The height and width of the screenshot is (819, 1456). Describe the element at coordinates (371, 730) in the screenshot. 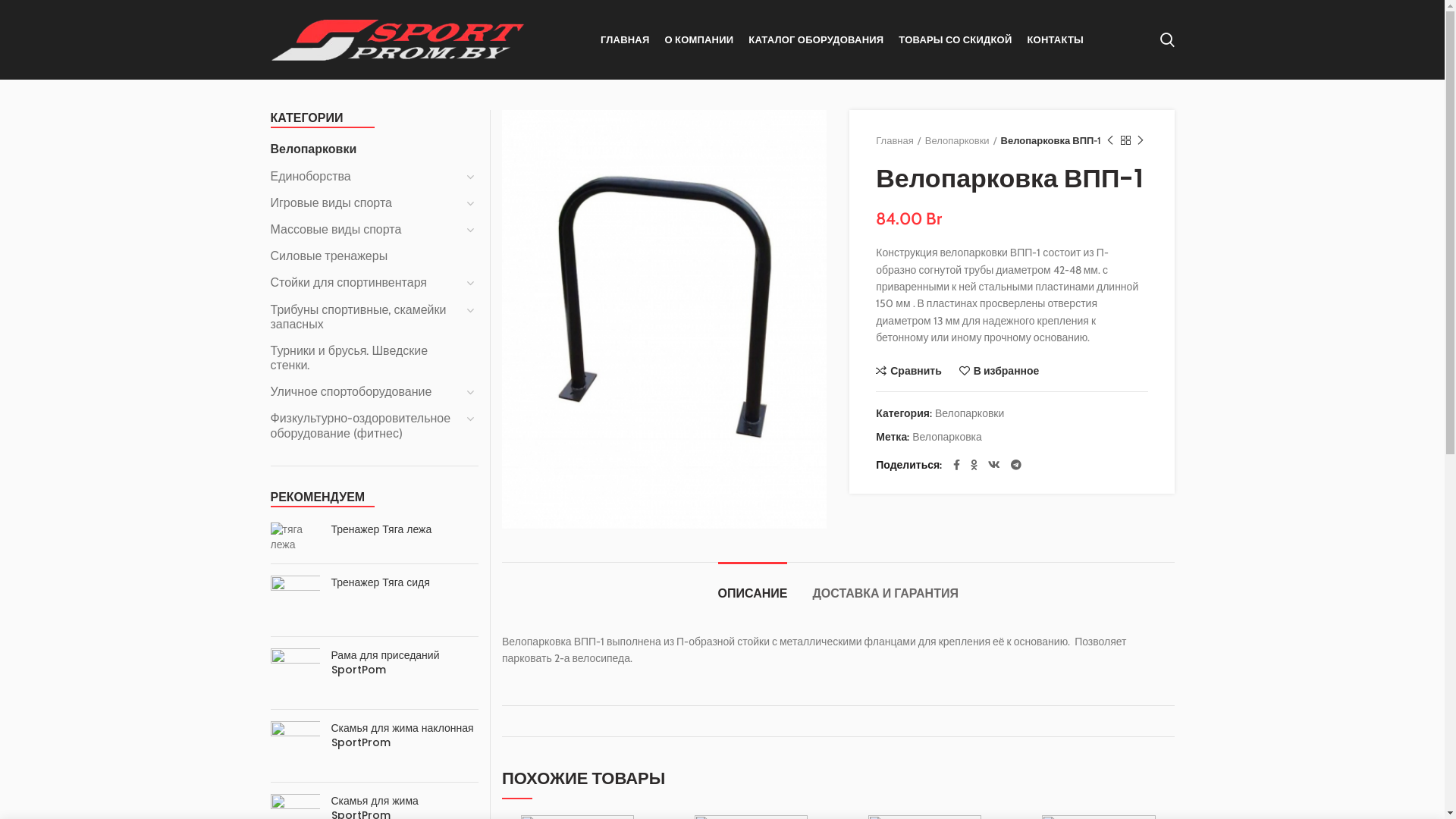

I see `'Telegram'` at that location.